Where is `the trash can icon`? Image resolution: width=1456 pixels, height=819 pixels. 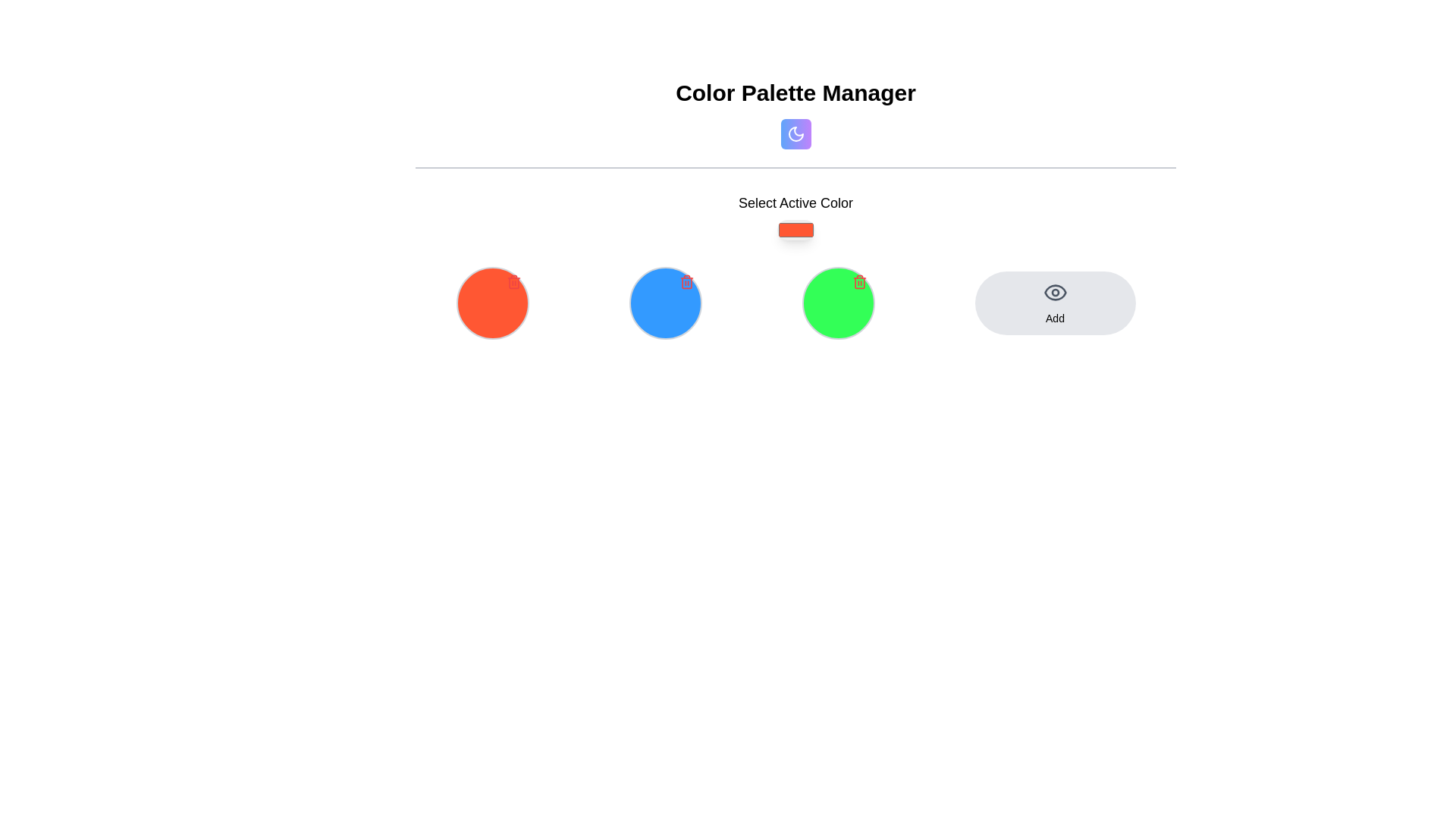 the trash can icon is located at coordinates (686, 281).